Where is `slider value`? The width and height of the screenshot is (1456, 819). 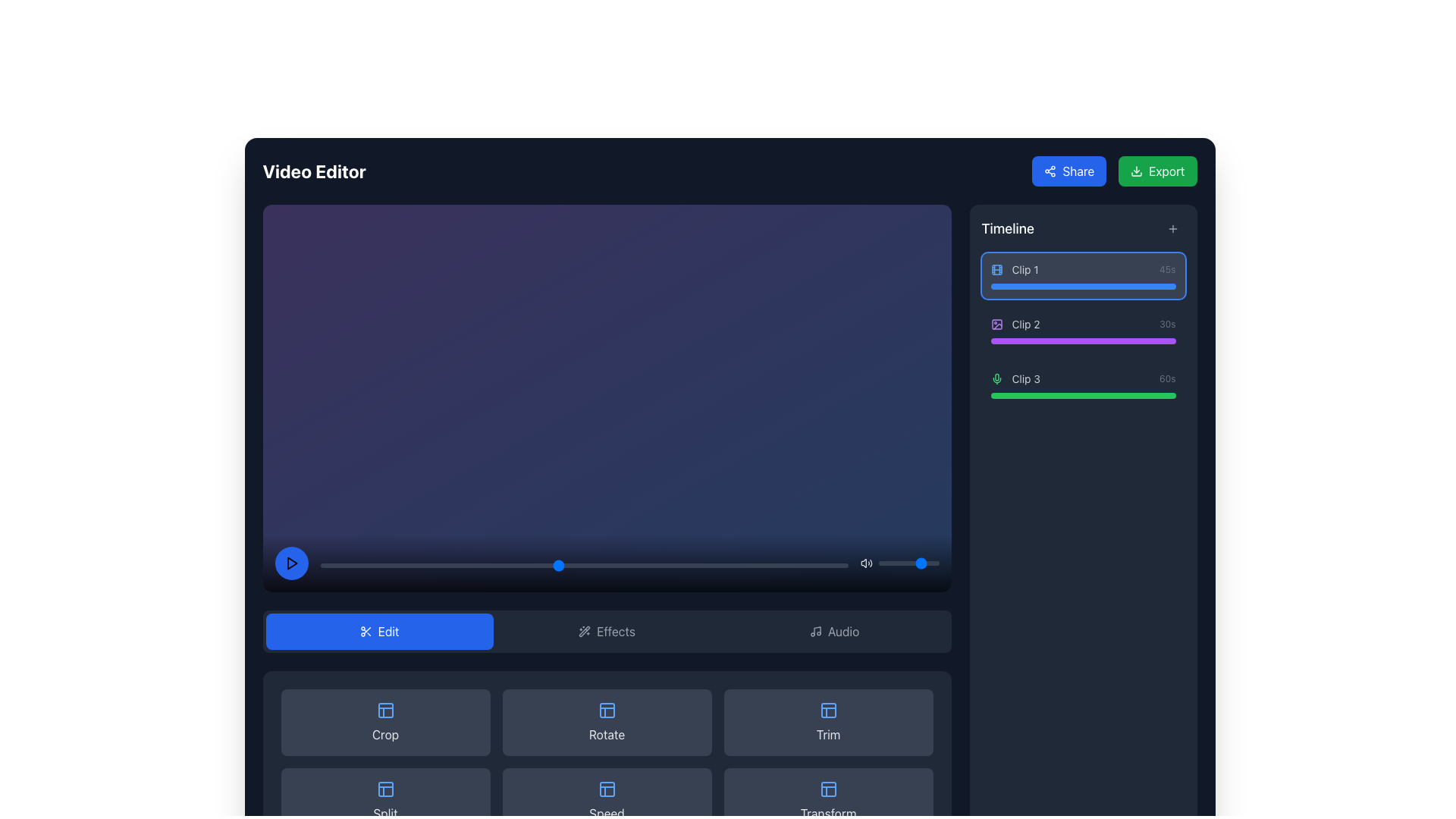 slider value is located at coordinates (683, 564).